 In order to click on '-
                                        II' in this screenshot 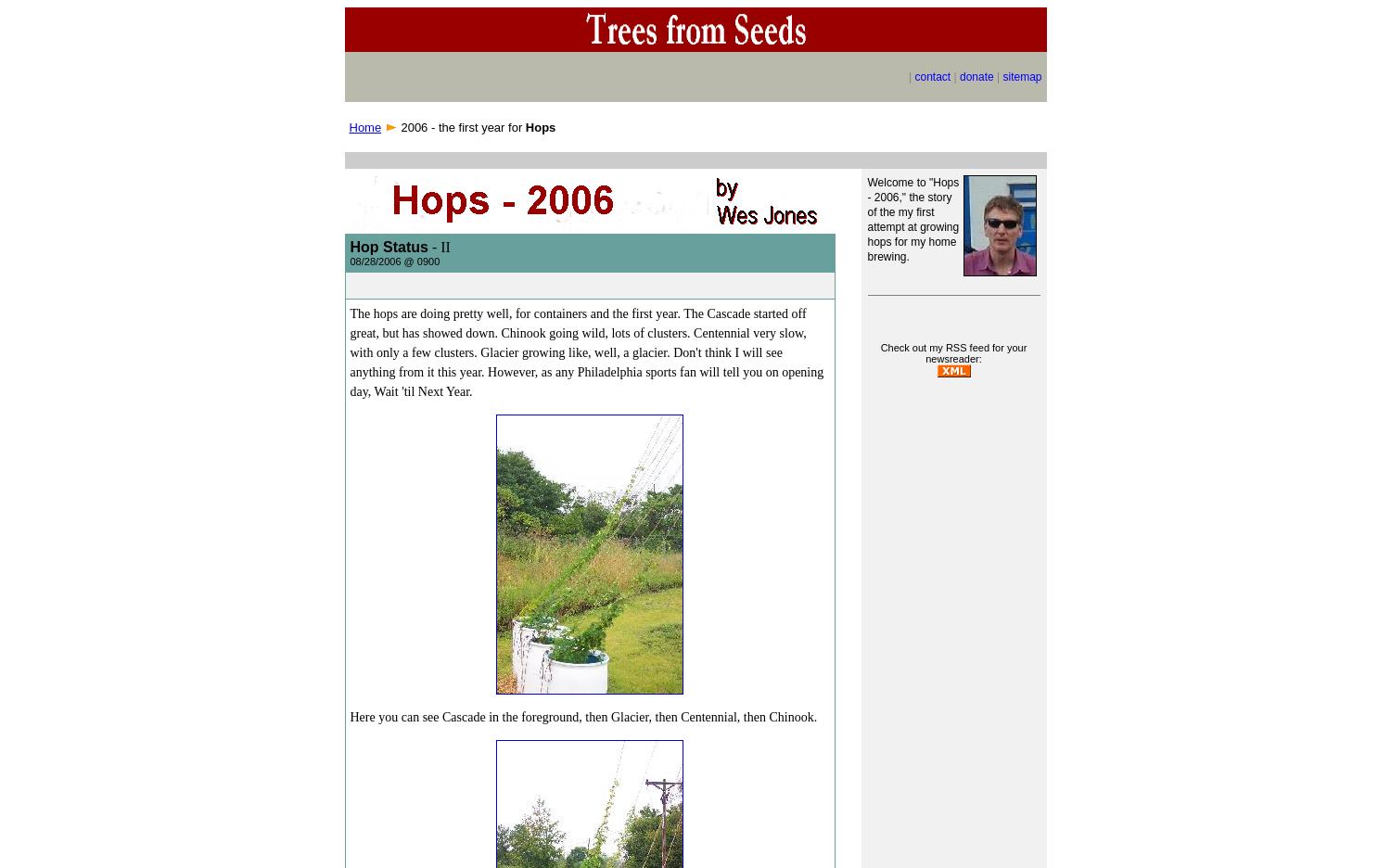, I will do `click(437, 246)`.